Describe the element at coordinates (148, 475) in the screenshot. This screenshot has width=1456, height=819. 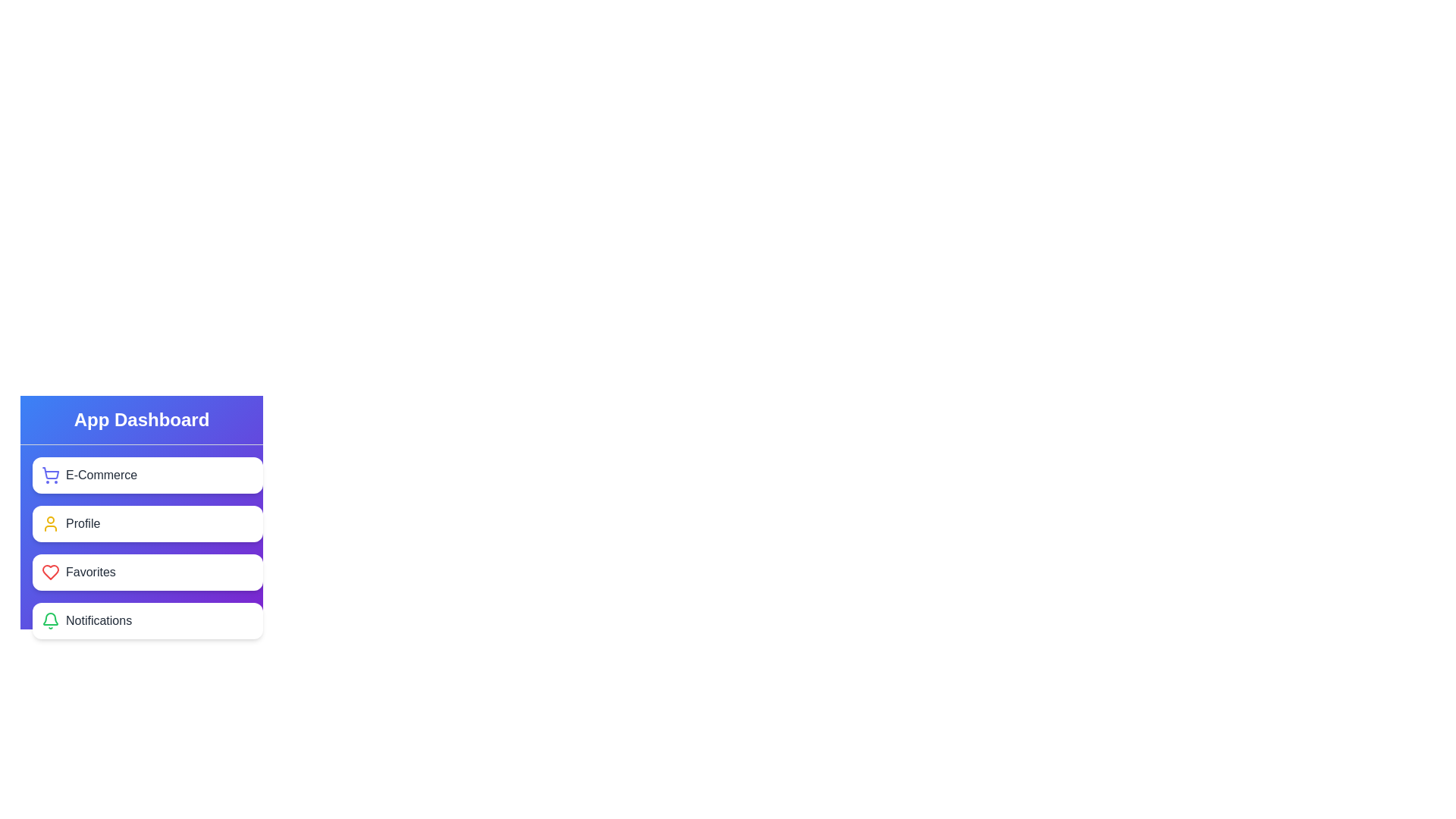
I see `the element corresponding to E-Commerce` at that location.